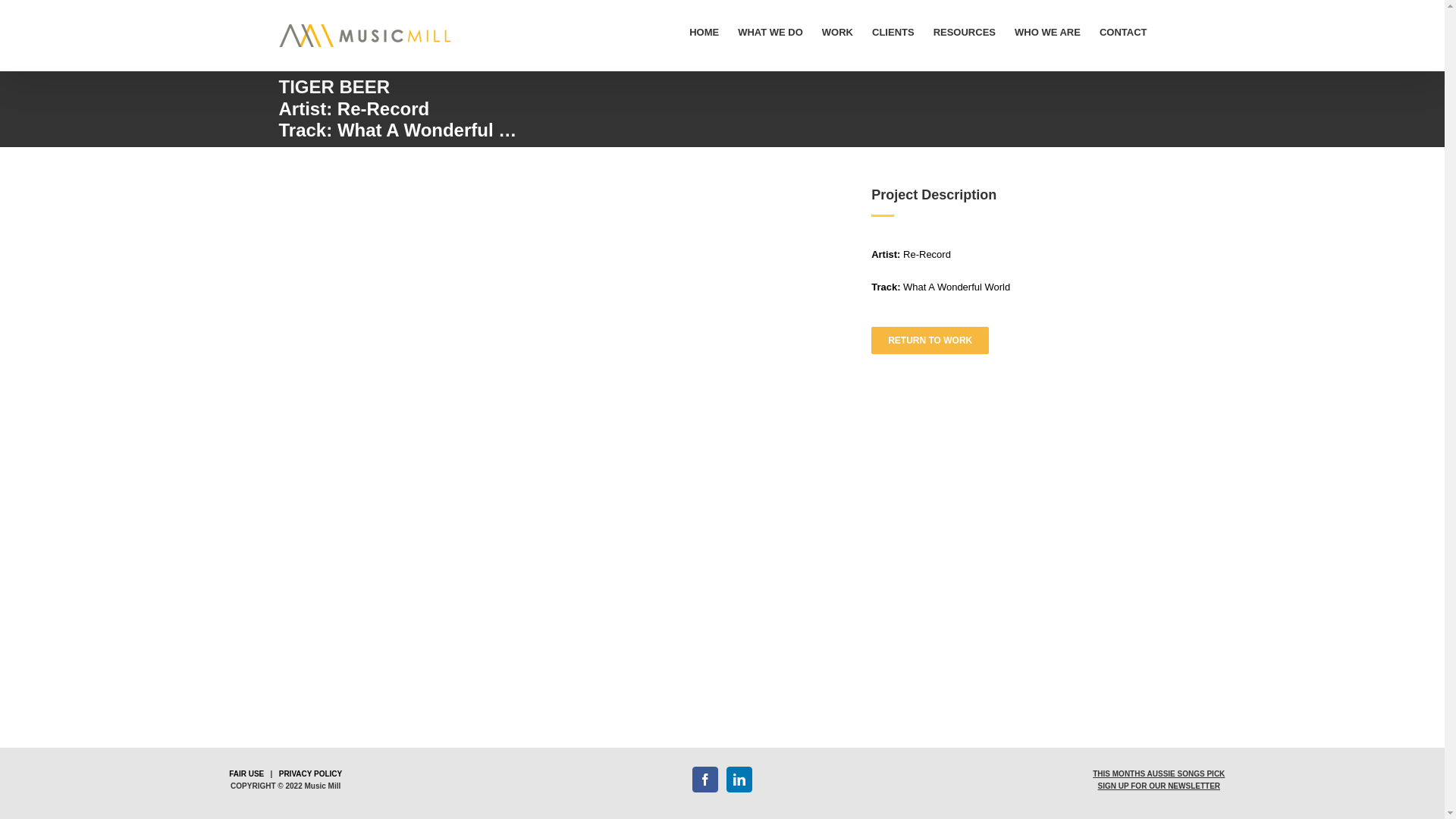  I want to click on 'CLIENTS', so click(893, 32).